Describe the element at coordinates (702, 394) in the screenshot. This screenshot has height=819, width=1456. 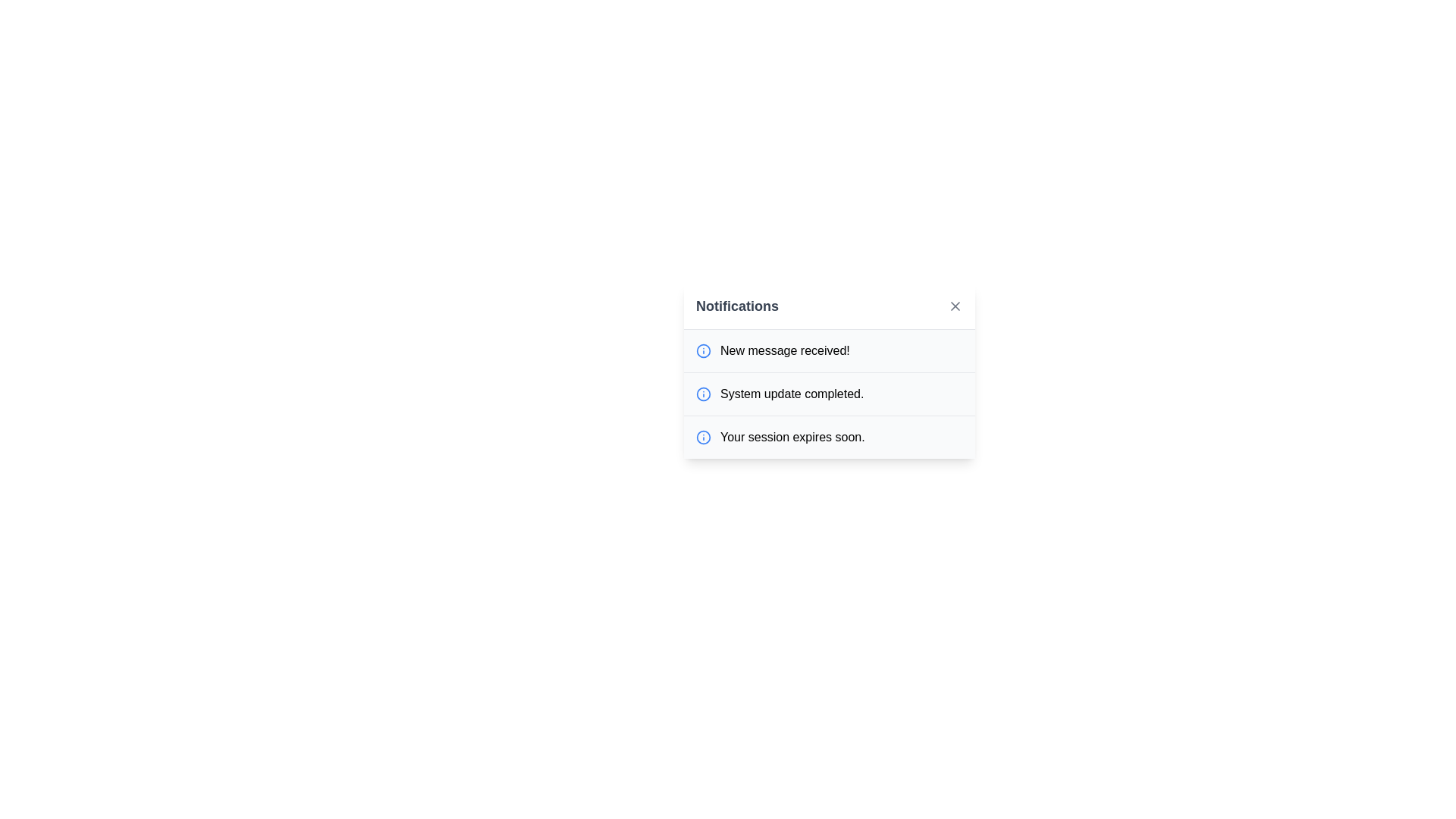
I see `the circular blue-bordered icon with an 'i' in the center, located in the second row of the 'Notifications' panel, aligned to the left of the text 'System update completed.'` at that location.